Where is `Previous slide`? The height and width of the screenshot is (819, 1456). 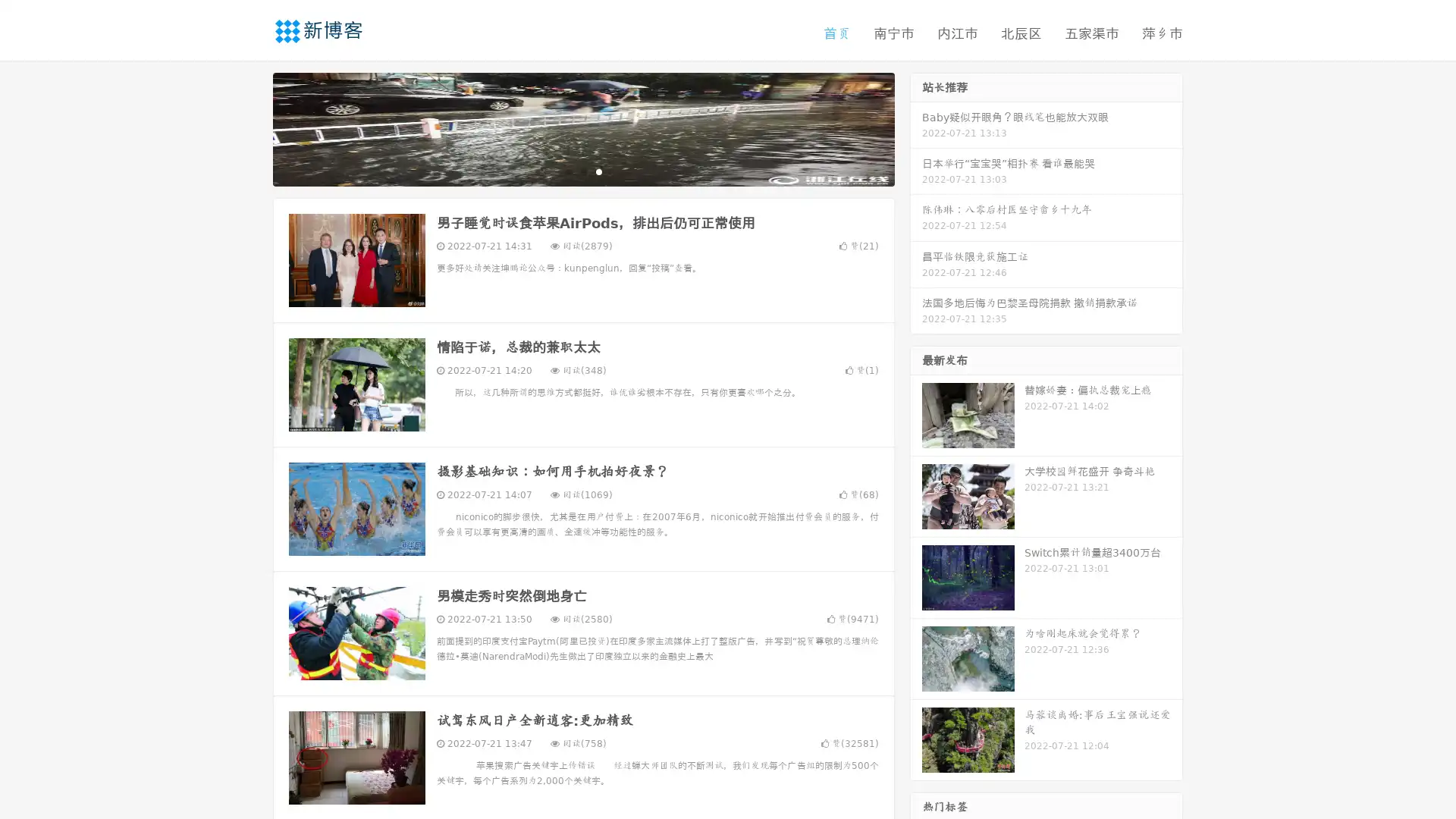
Previous slide is located at coordinates (250, 127).